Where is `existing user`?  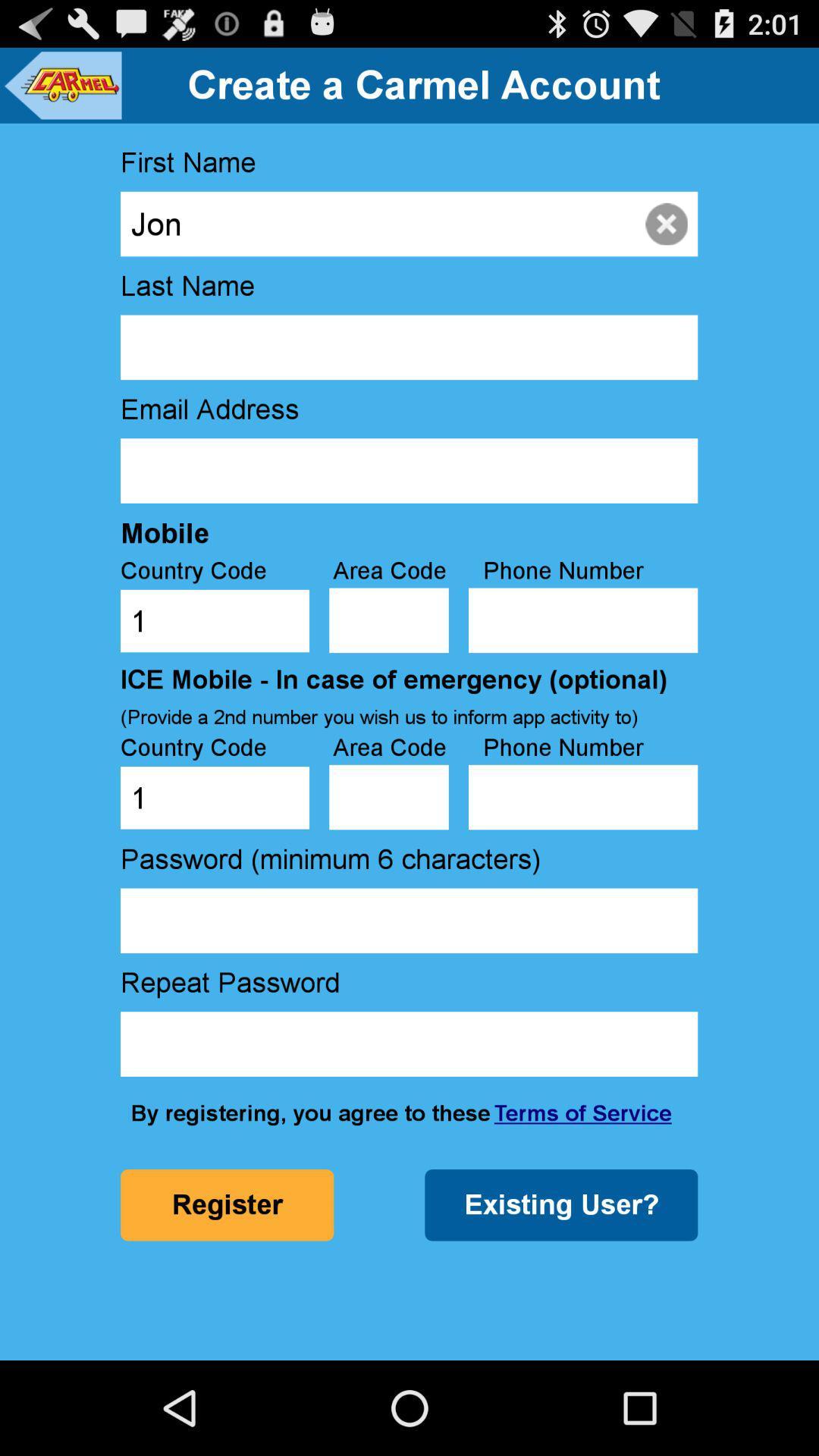
existing user is located at coordinates (561, 1204).